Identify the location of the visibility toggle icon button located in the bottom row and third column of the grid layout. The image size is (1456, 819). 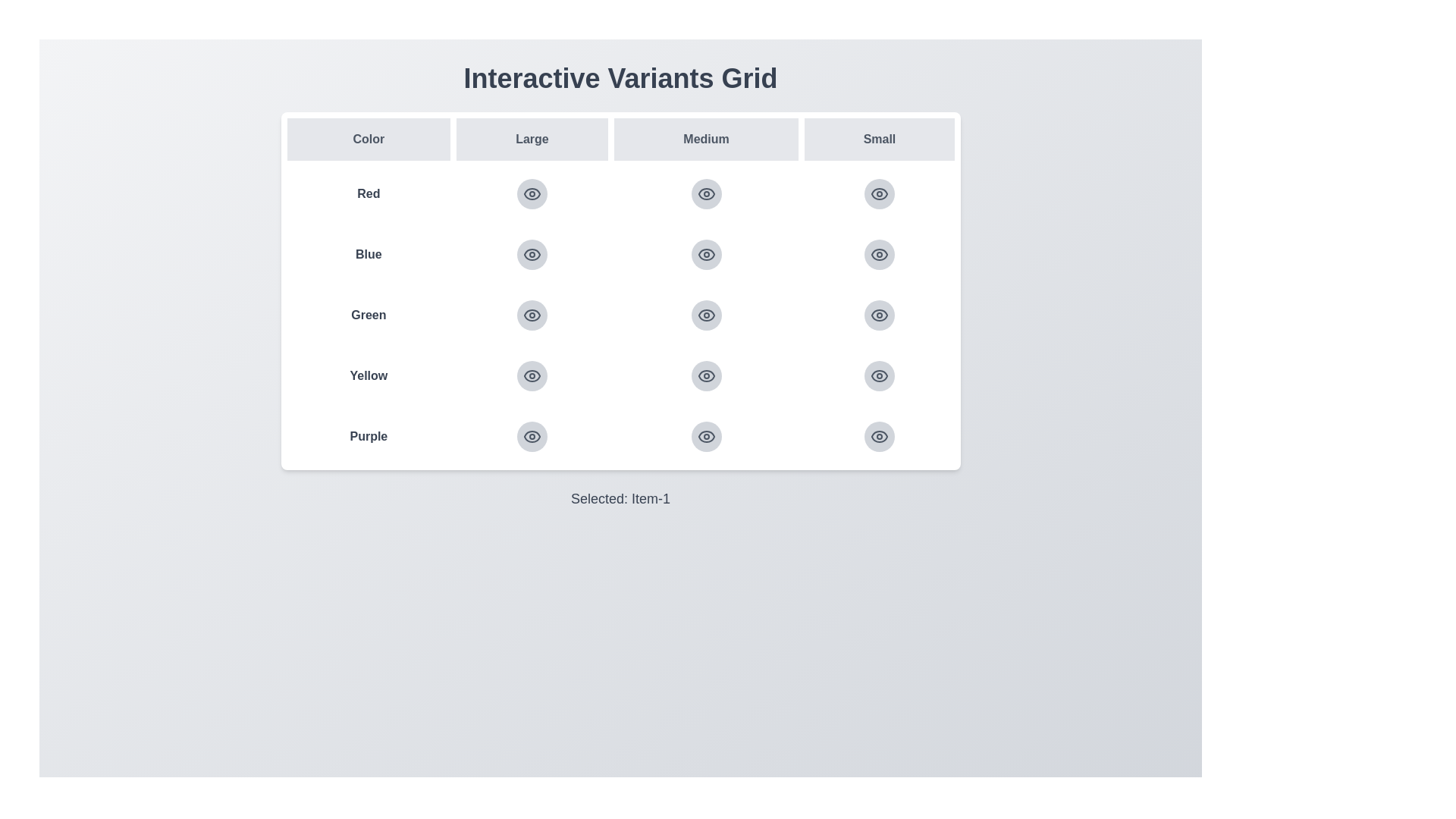
(880, 375).